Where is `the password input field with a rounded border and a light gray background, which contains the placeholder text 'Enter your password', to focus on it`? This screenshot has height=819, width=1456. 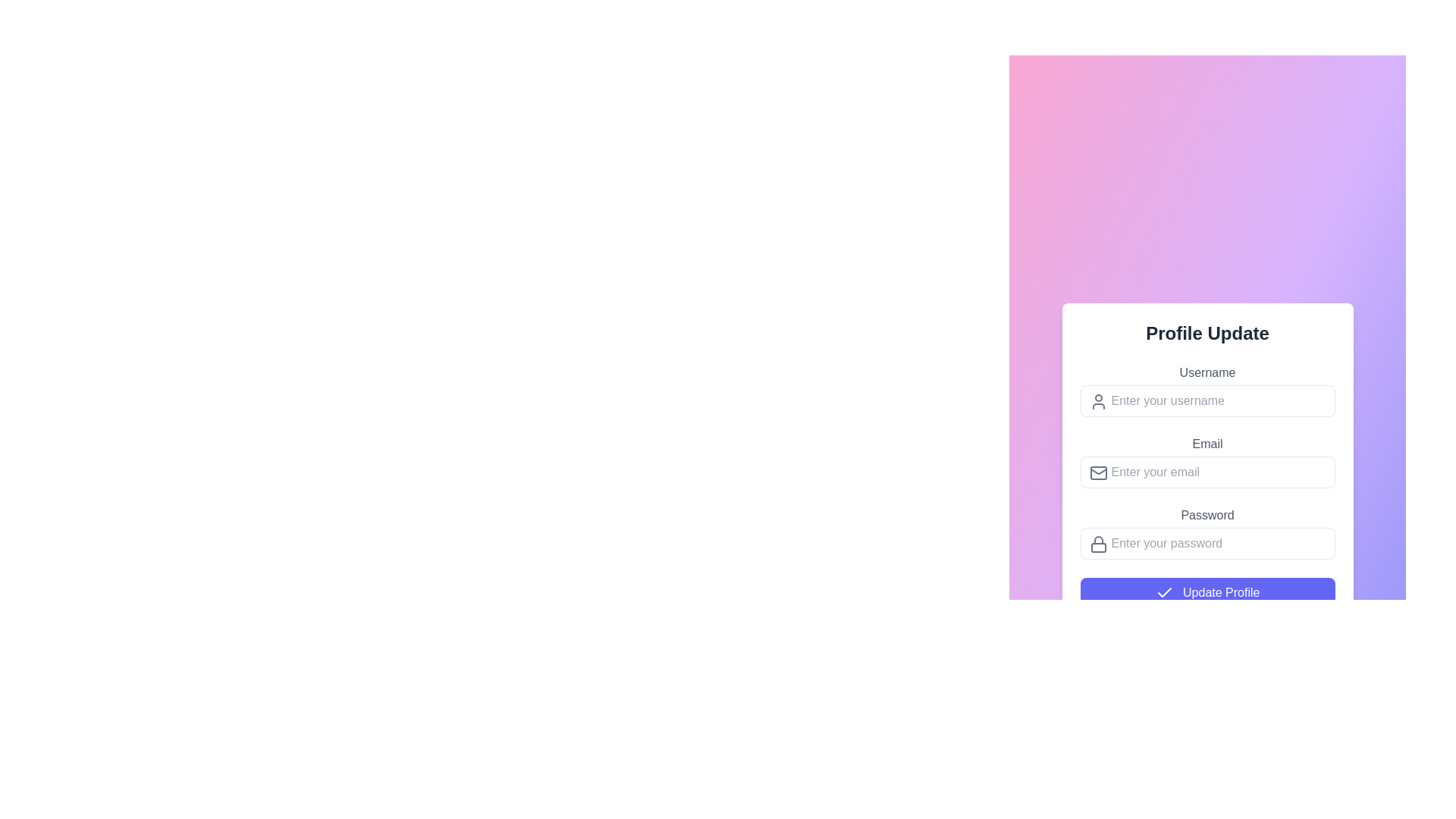
the password input field with a rounded border and a light gray background, which contains the placeholder text 'Enter your password', to focus on it is located at coordinates (1207, 542).